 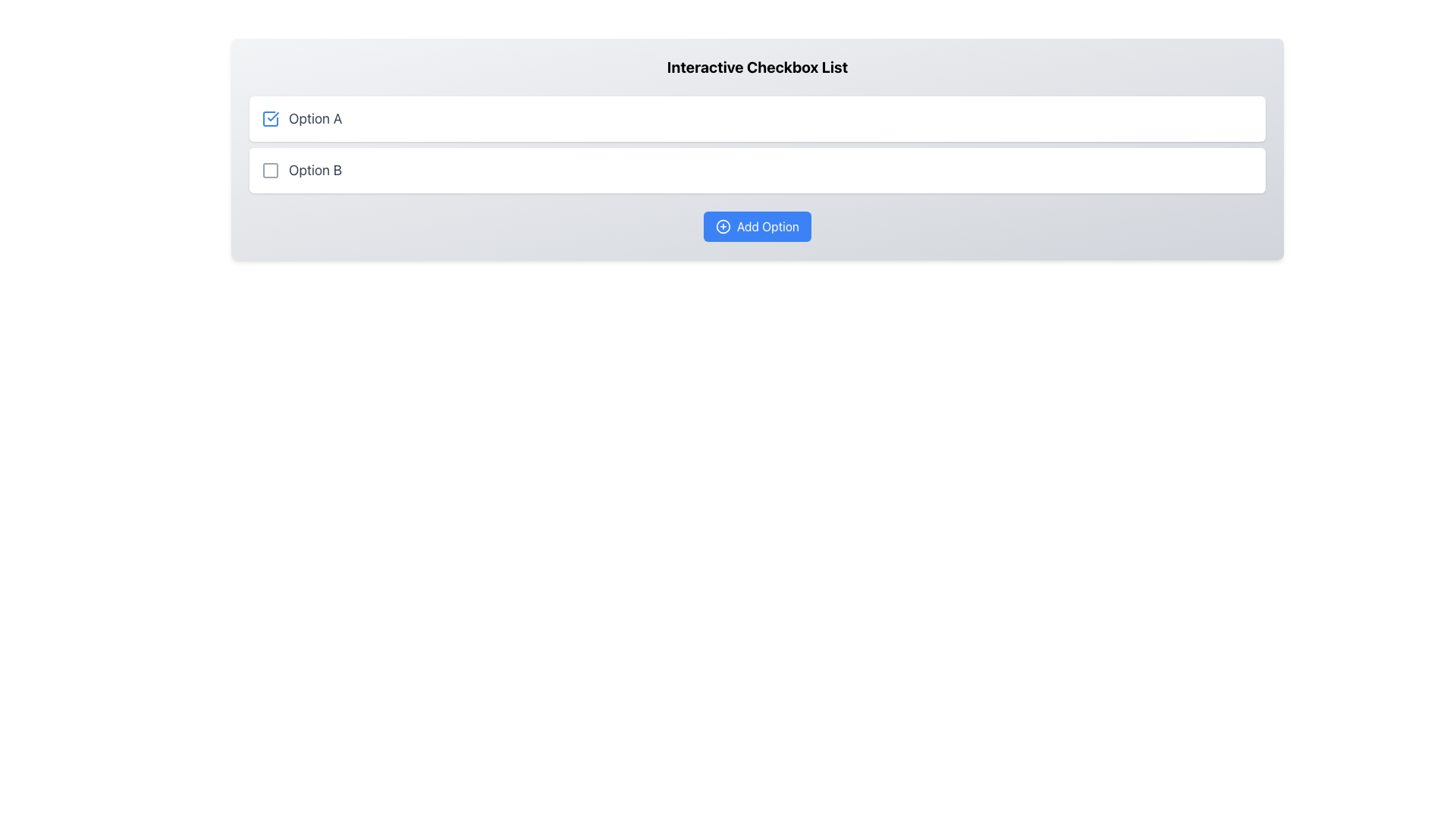 I want to click on the circular icon with a plus sign located inside the 'Add Option' button, so click(x=723, y=227).